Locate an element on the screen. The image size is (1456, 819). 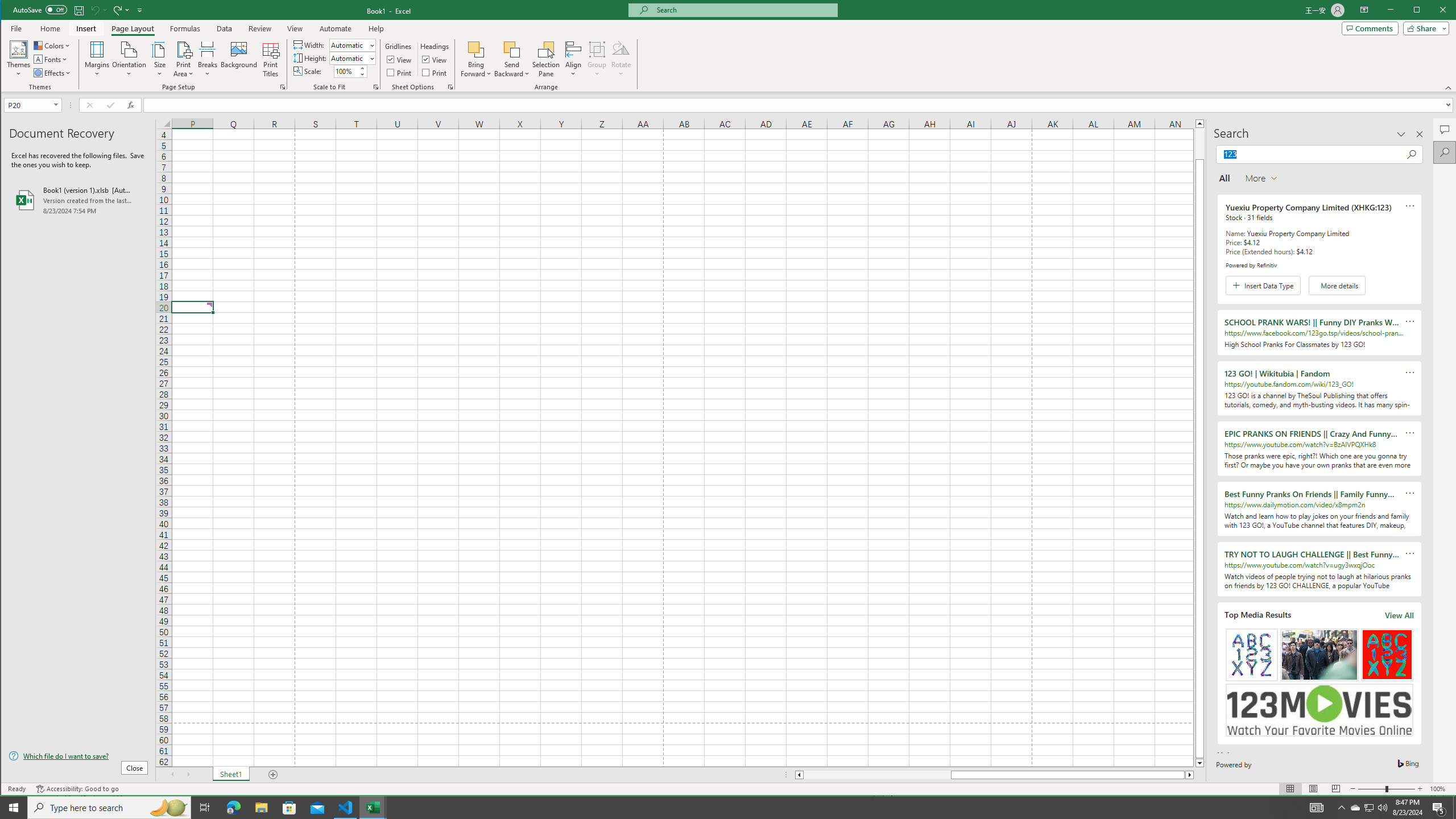
'Sheet Options' is located at coordinates (449, 87).